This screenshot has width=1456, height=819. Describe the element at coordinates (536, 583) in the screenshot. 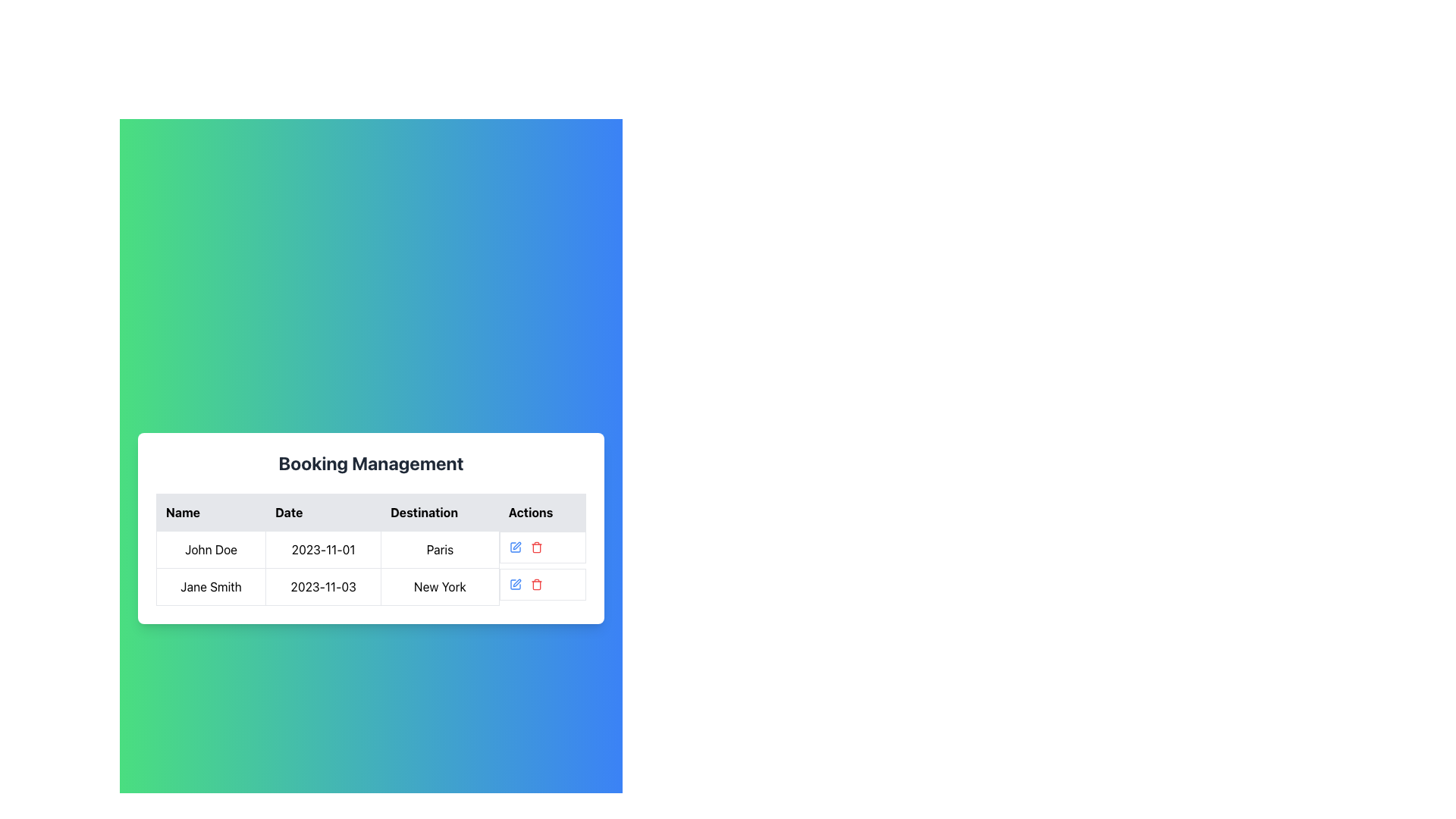

I see `the small red trash icon located in the second row of the 'Actions' column of the table for the entry of 'Jane Smith'` at that location.